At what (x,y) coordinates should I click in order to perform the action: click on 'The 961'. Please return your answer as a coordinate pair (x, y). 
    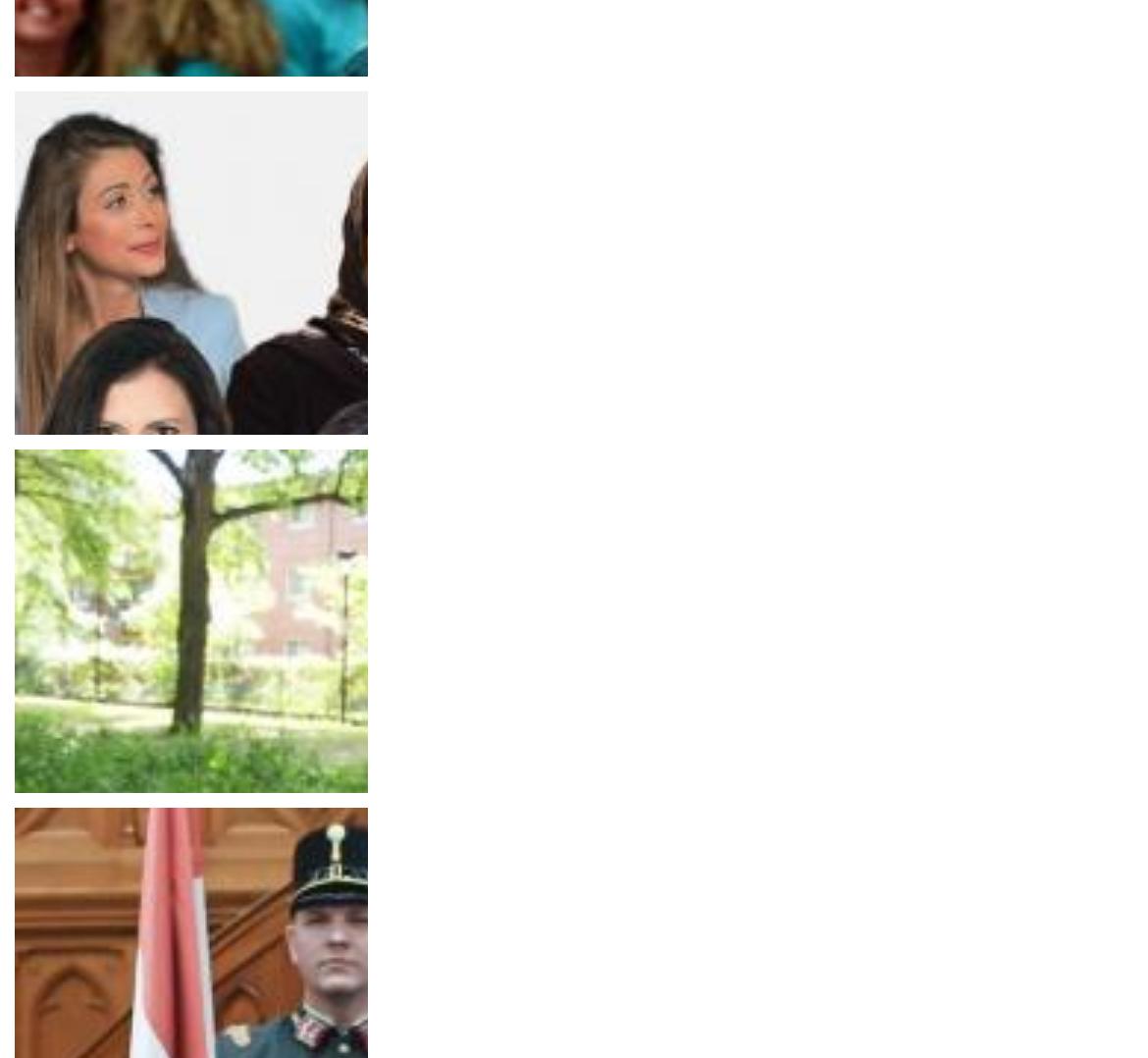
    Looking at the image, I should click on (55, 830).